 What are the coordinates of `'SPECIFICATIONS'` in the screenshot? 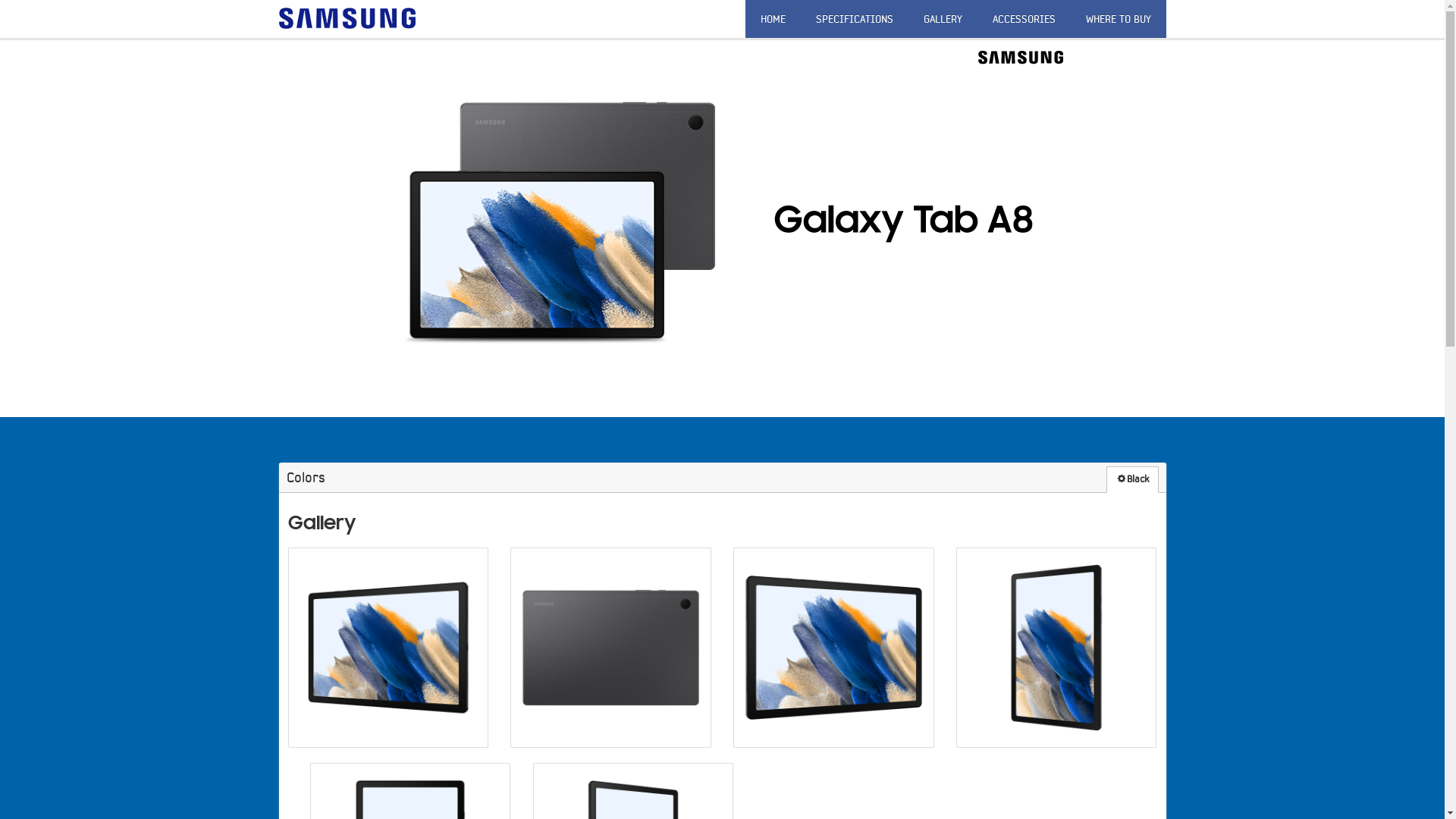 It's located at (800, 18).